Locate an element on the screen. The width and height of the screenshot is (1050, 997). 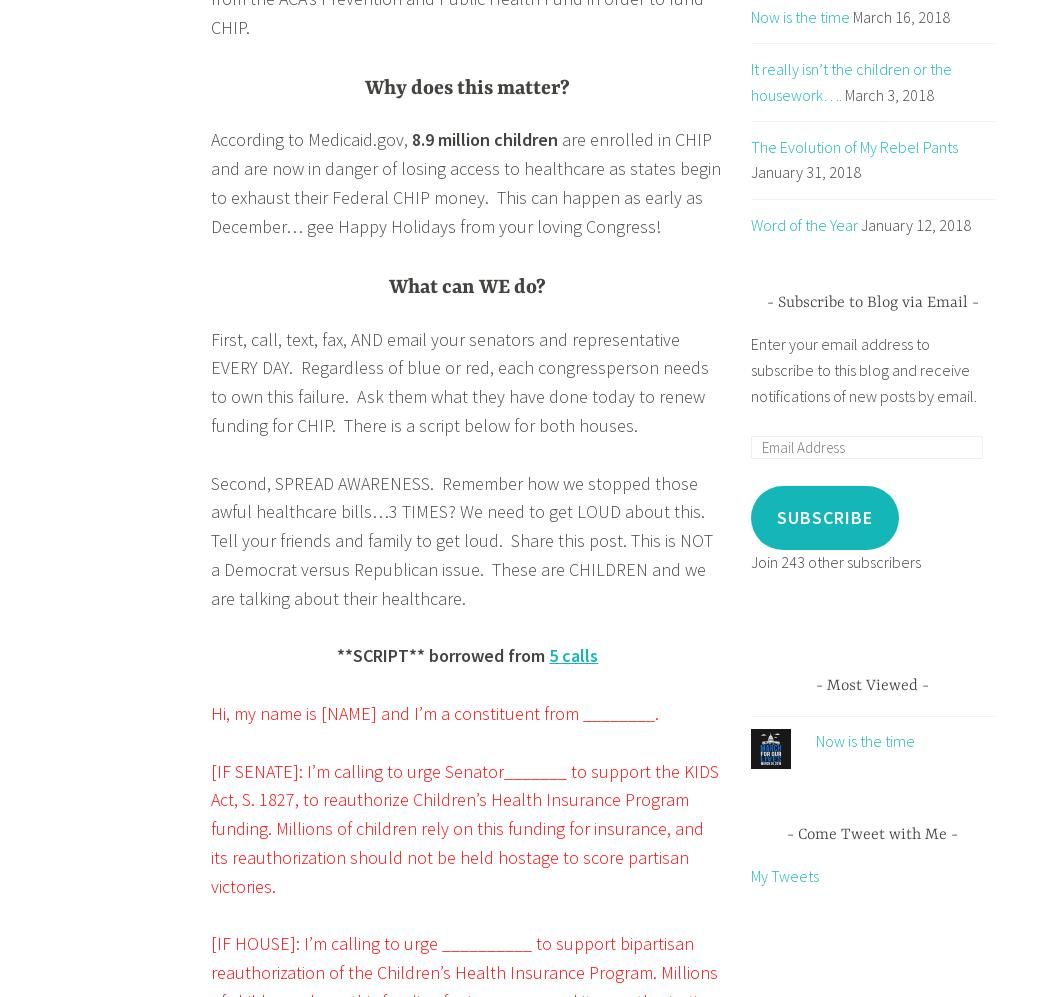
'March 16, 2018' is located at coordinates (851, 15).